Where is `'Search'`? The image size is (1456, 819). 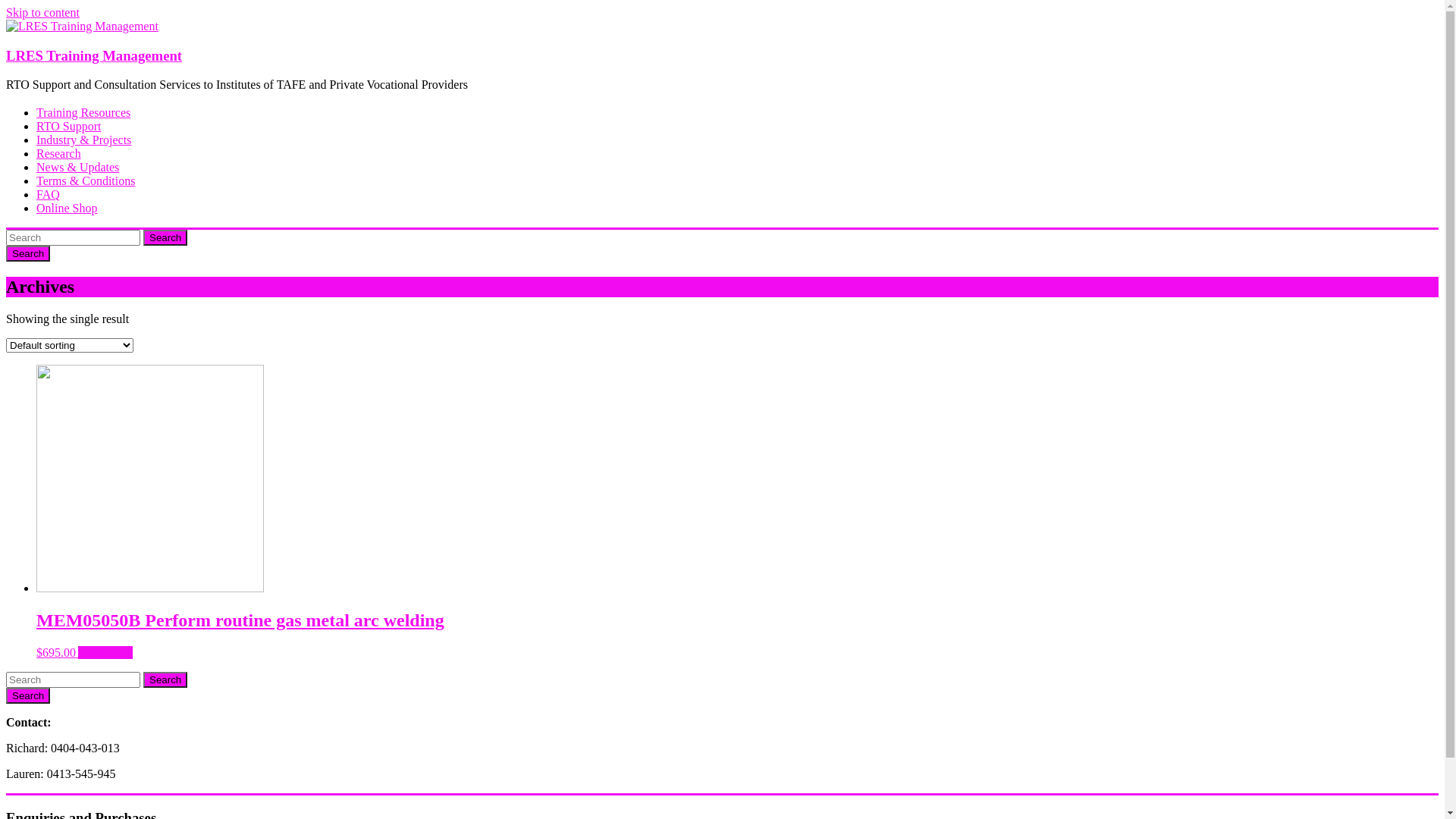
'Search' is located at coordinates (28, 695).